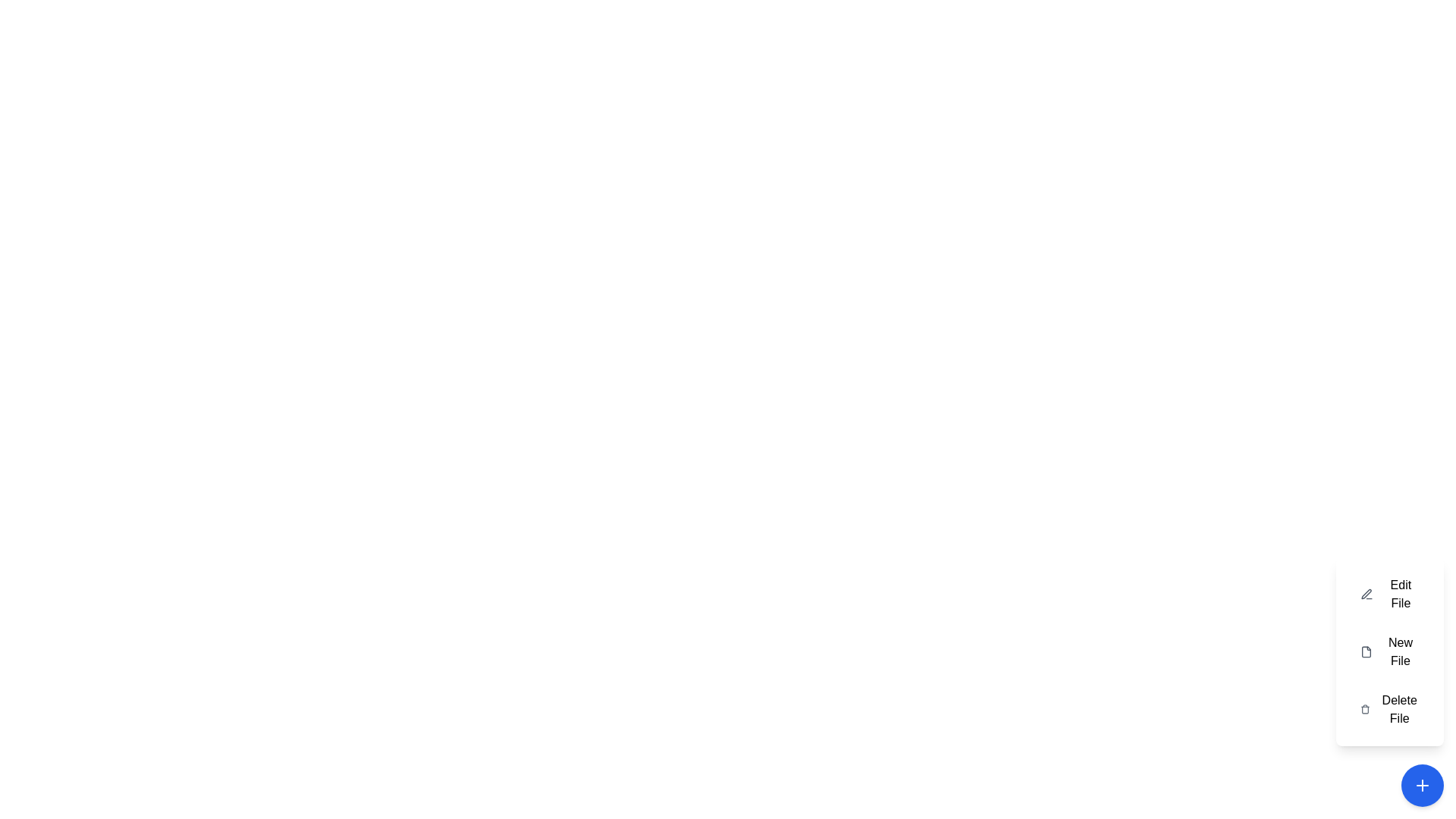 The image size is (1456, 819). What do you see at coordinates (1389, 710) in the screenshot?
I see `the 'Delete File' button located in the vertical menu, which is the third item below 'Edit File' and 'New File'` at bounding box center [1389, 710].